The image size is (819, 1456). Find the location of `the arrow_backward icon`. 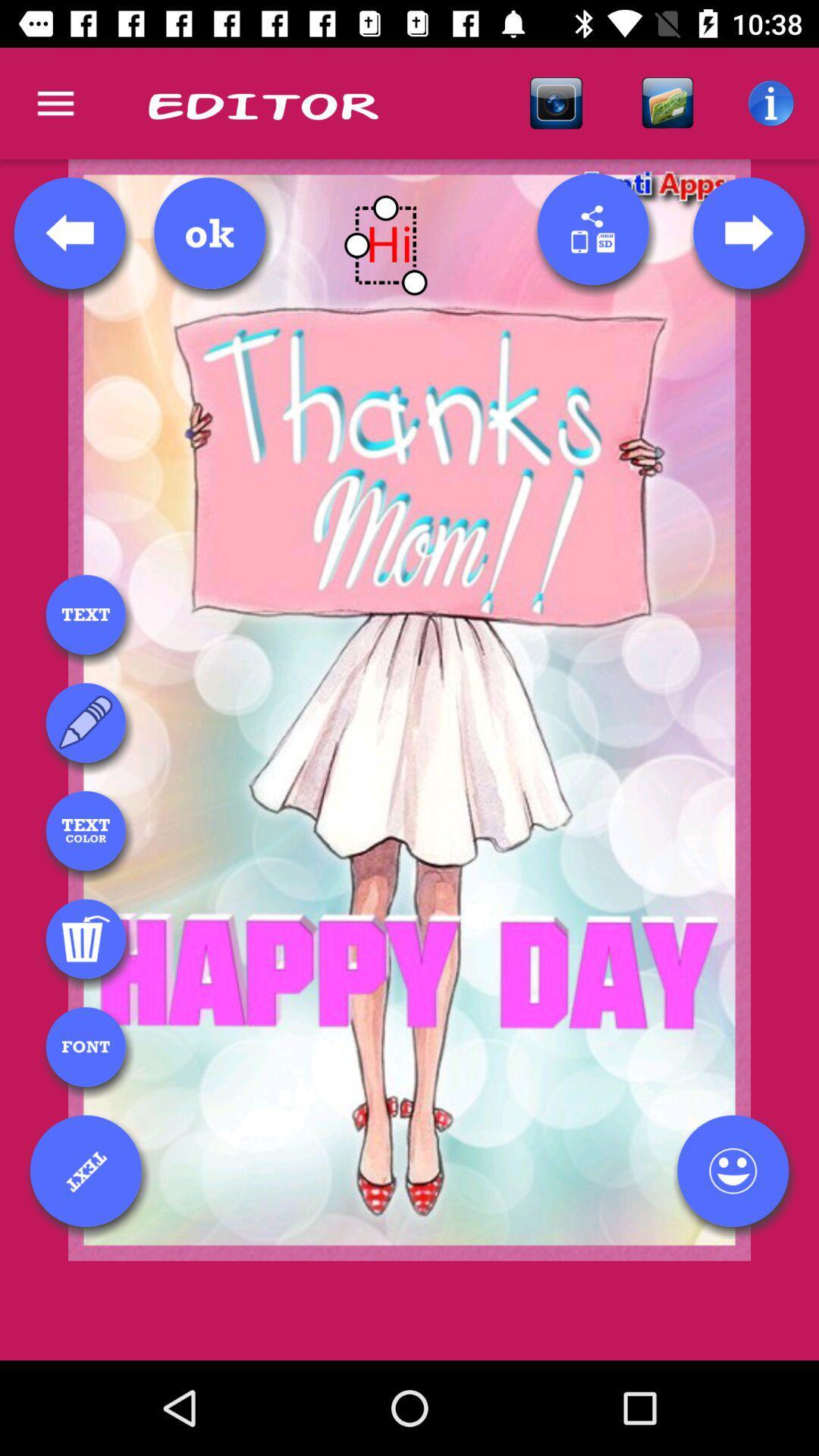

the arrow_backward icon is located at coordinates (70, 232).